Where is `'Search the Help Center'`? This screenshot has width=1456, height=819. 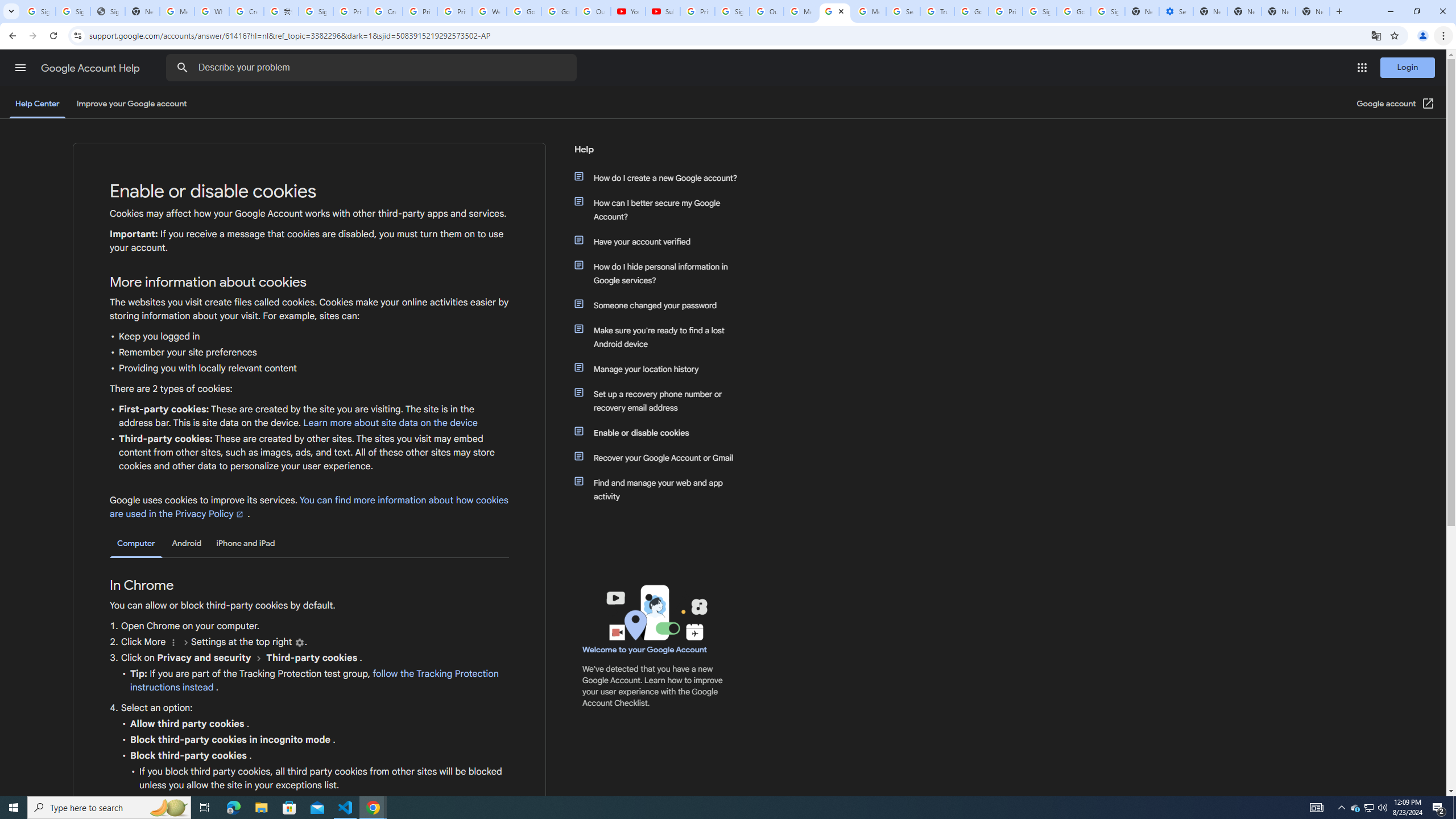
'Search the Help Center' is located at coordinates (181, 67).